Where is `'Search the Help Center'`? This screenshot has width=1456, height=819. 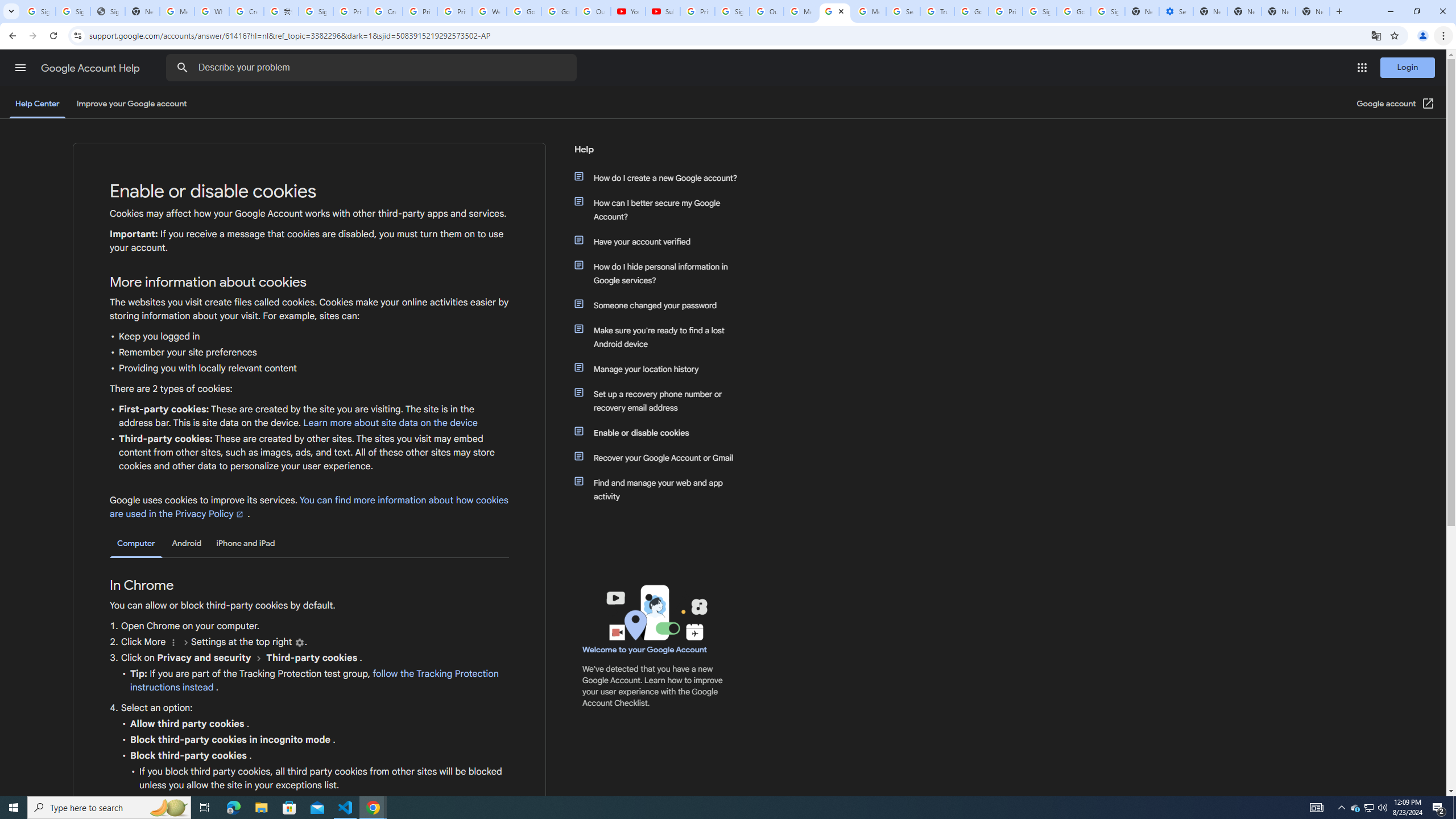
'Search the Help Center' is located at coordinates (181, 67).